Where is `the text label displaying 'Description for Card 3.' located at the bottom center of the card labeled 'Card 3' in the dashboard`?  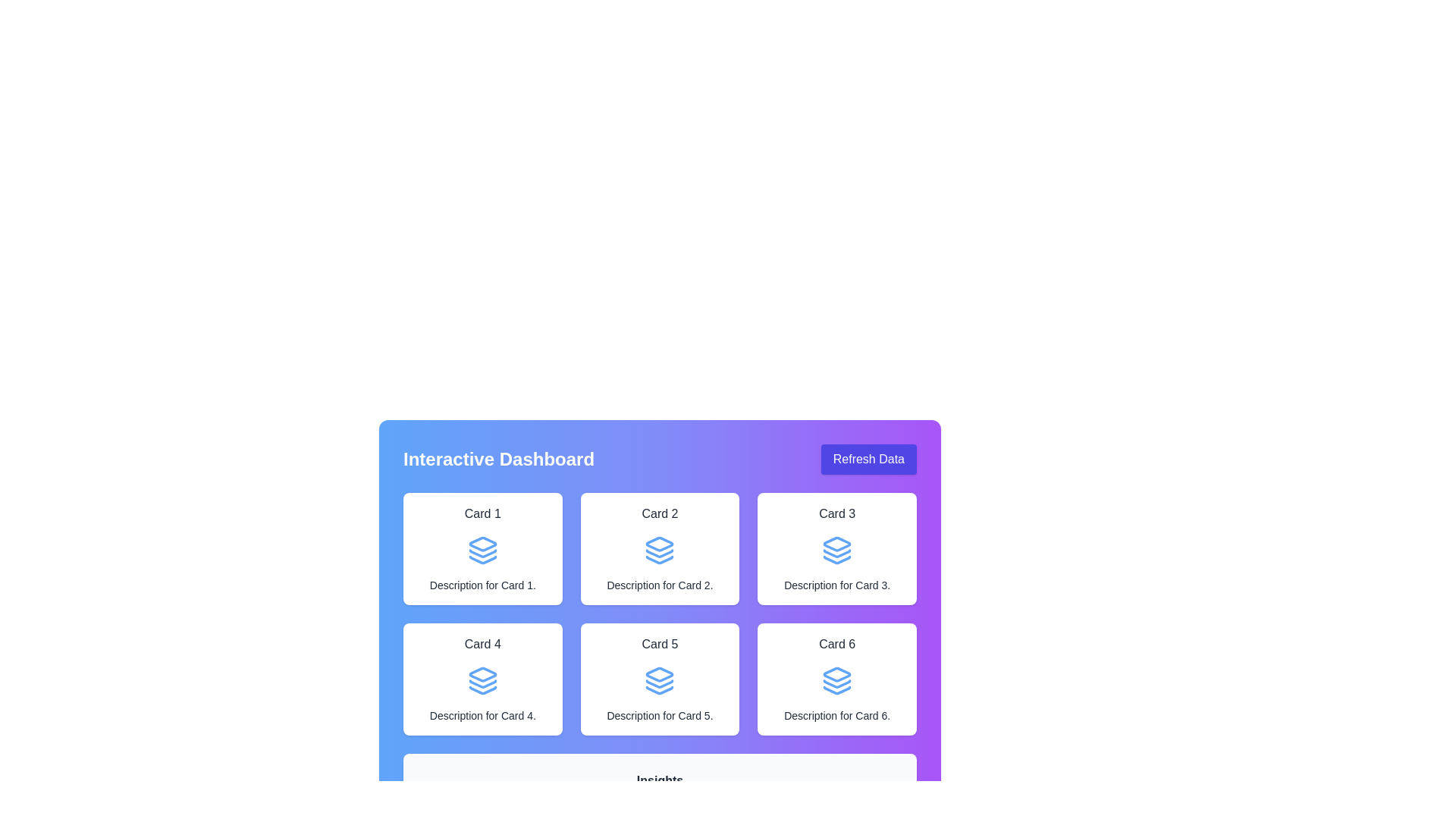 the text label displaying 'Description for Card 3.' located at the bottom center of the card labeled 'Card 3' in the dashboard is located at coordinates (836, 584).